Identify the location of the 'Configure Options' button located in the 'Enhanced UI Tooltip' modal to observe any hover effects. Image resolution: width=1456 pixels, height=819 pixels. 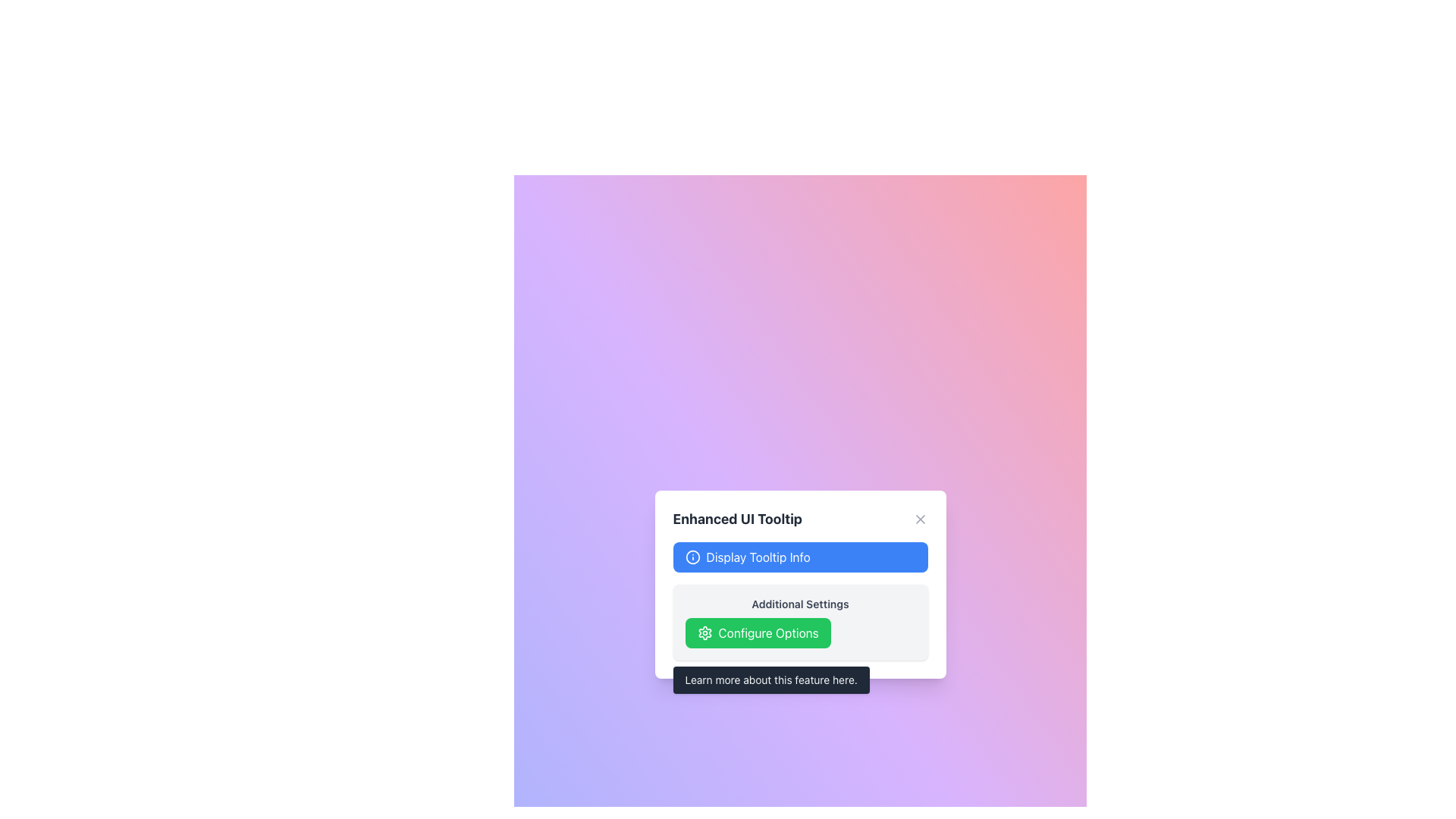
(758, 632).